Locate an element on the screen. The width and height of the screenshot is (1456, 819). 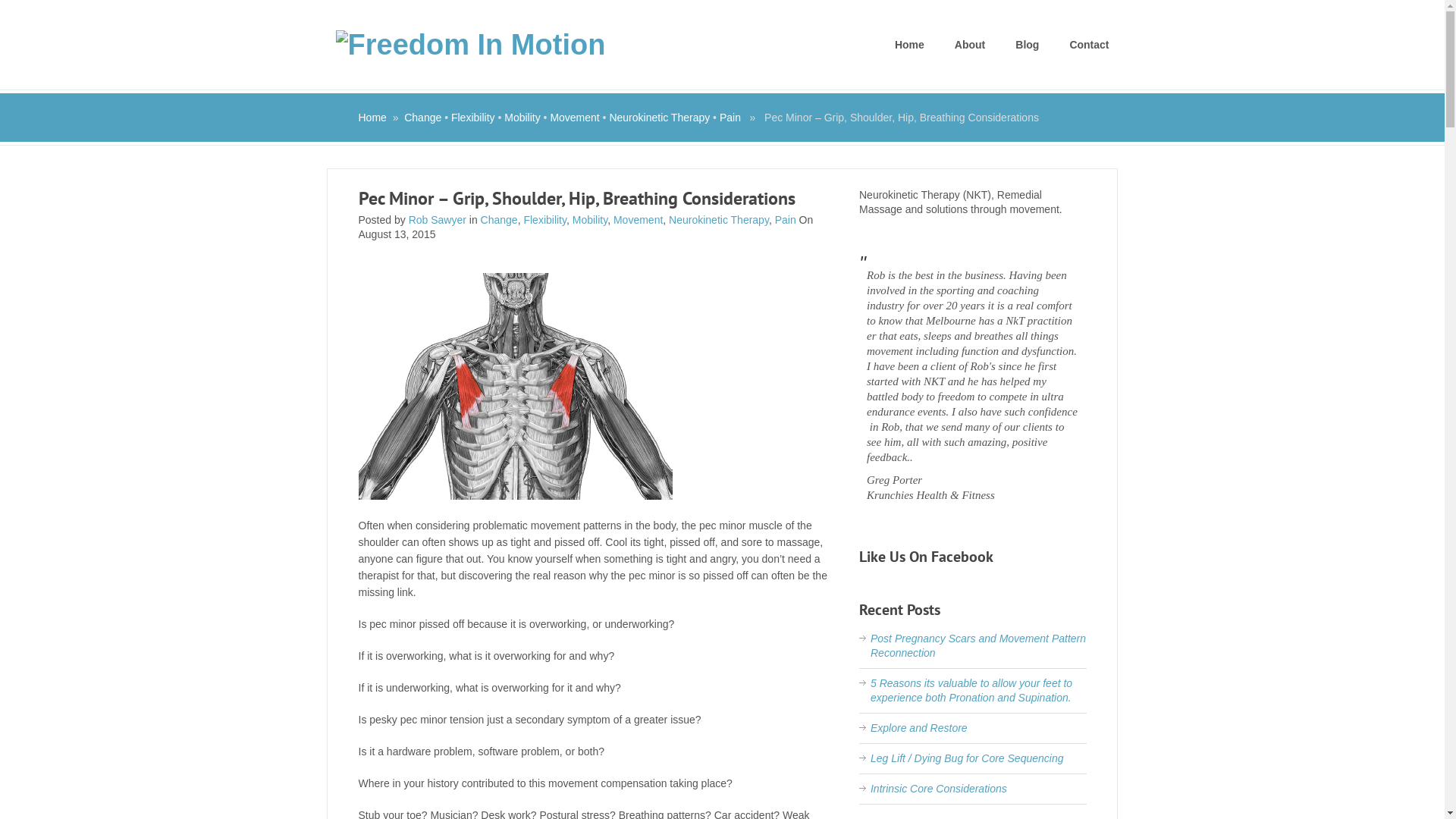
'Contact' is located at coordinates (1087, 44).